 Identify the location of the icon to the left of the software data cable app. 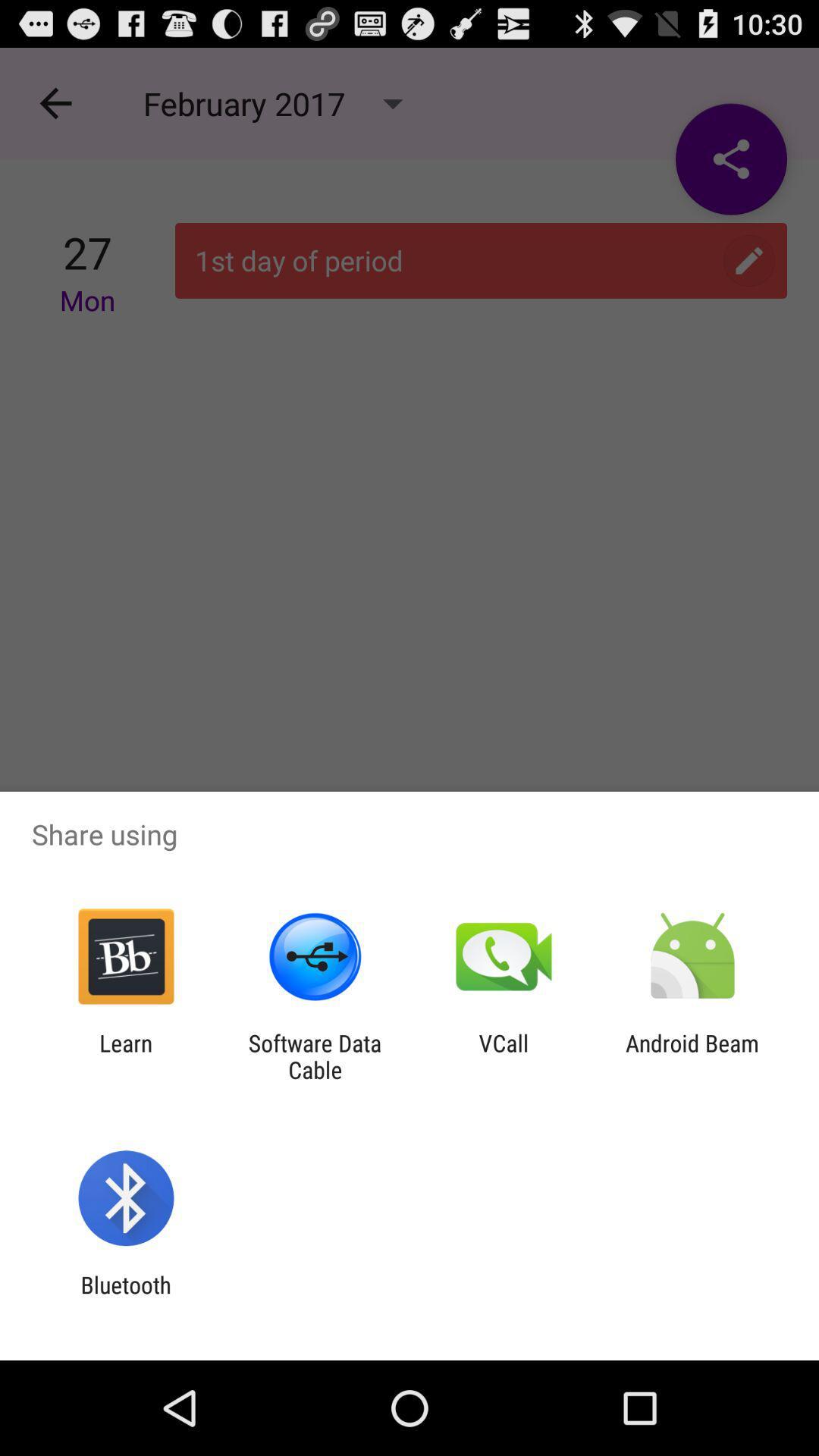
(125, 1056).